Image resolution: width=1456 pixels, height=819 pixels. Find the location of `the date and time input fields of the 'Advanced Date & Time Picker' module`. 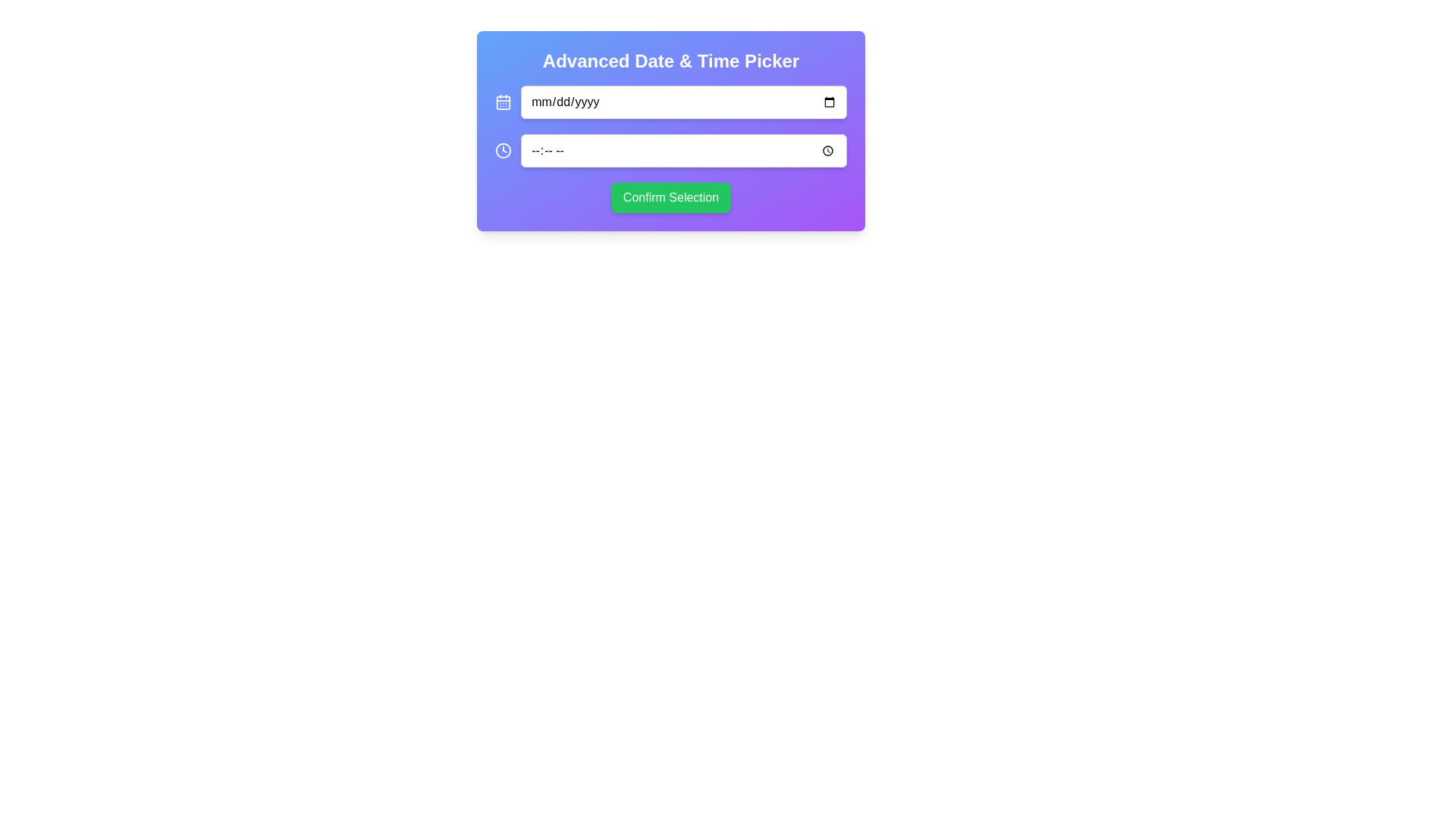

the date and time input fields of the 'Advanced Date & Time Picker' module is located at coordinates (670, 130).